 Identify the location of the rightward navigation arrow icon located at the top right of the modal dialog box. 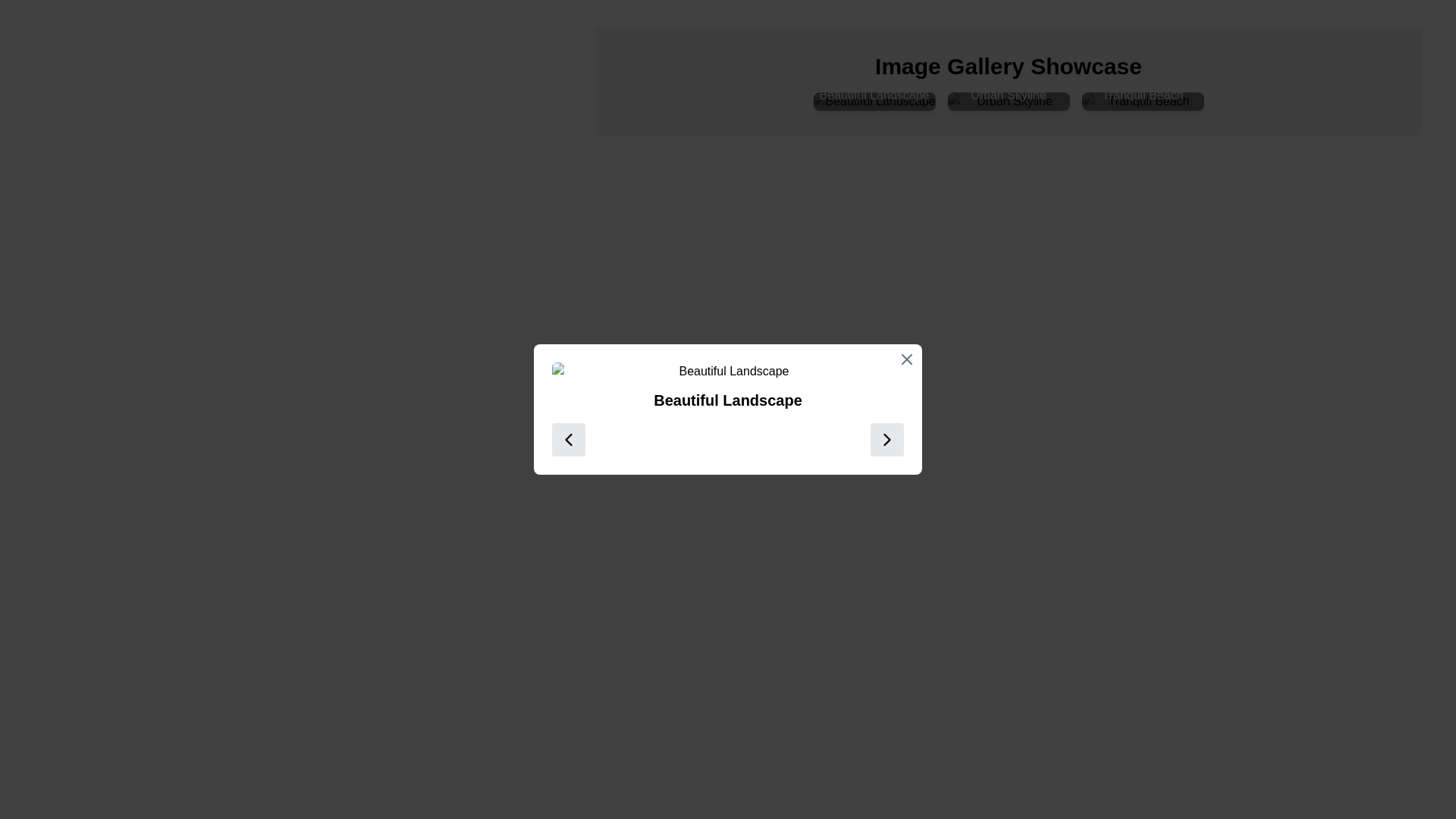
(887, 439).